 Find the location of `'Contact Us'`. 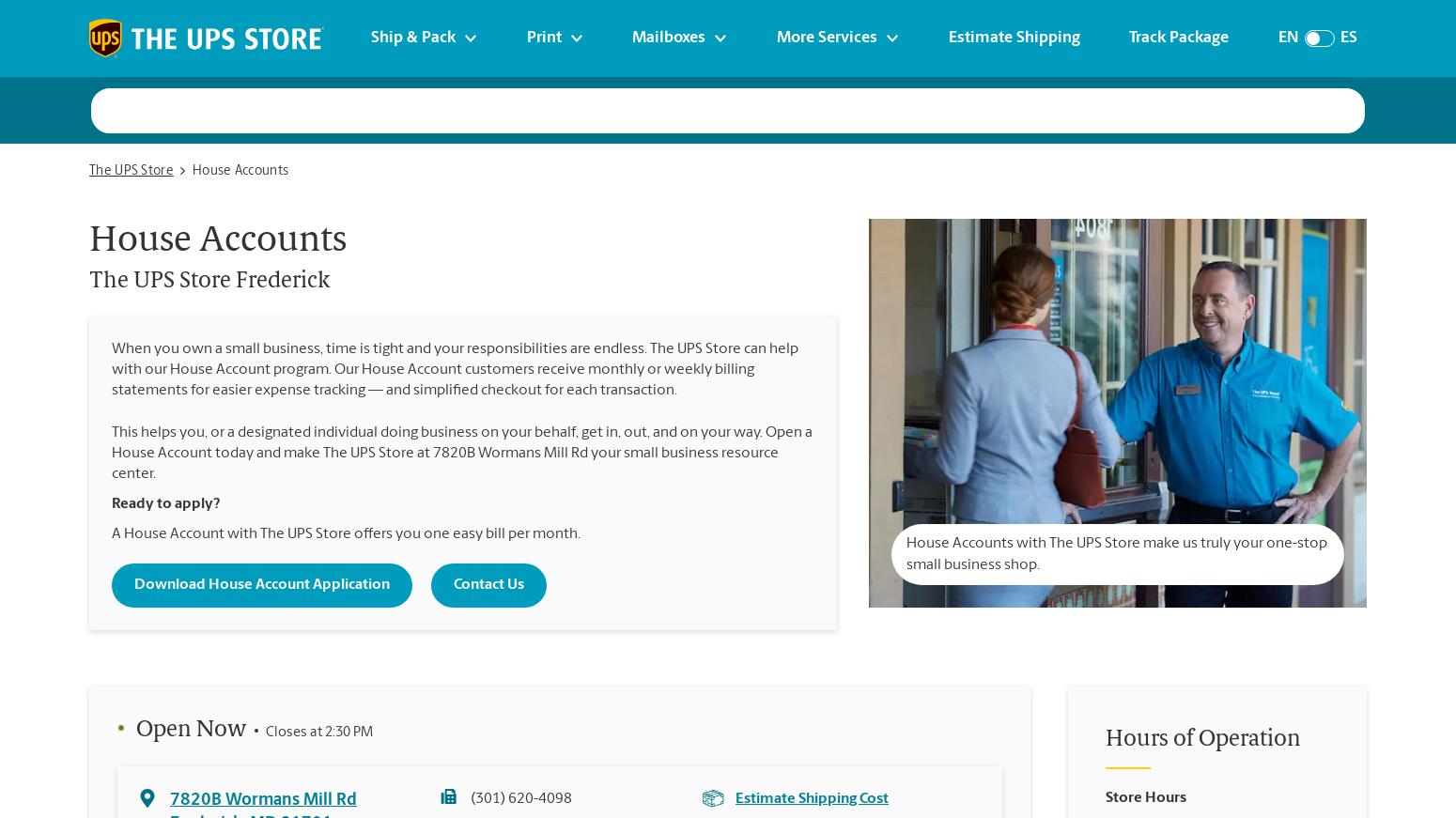

'Contact Us' is located at coordinates (488, 584).